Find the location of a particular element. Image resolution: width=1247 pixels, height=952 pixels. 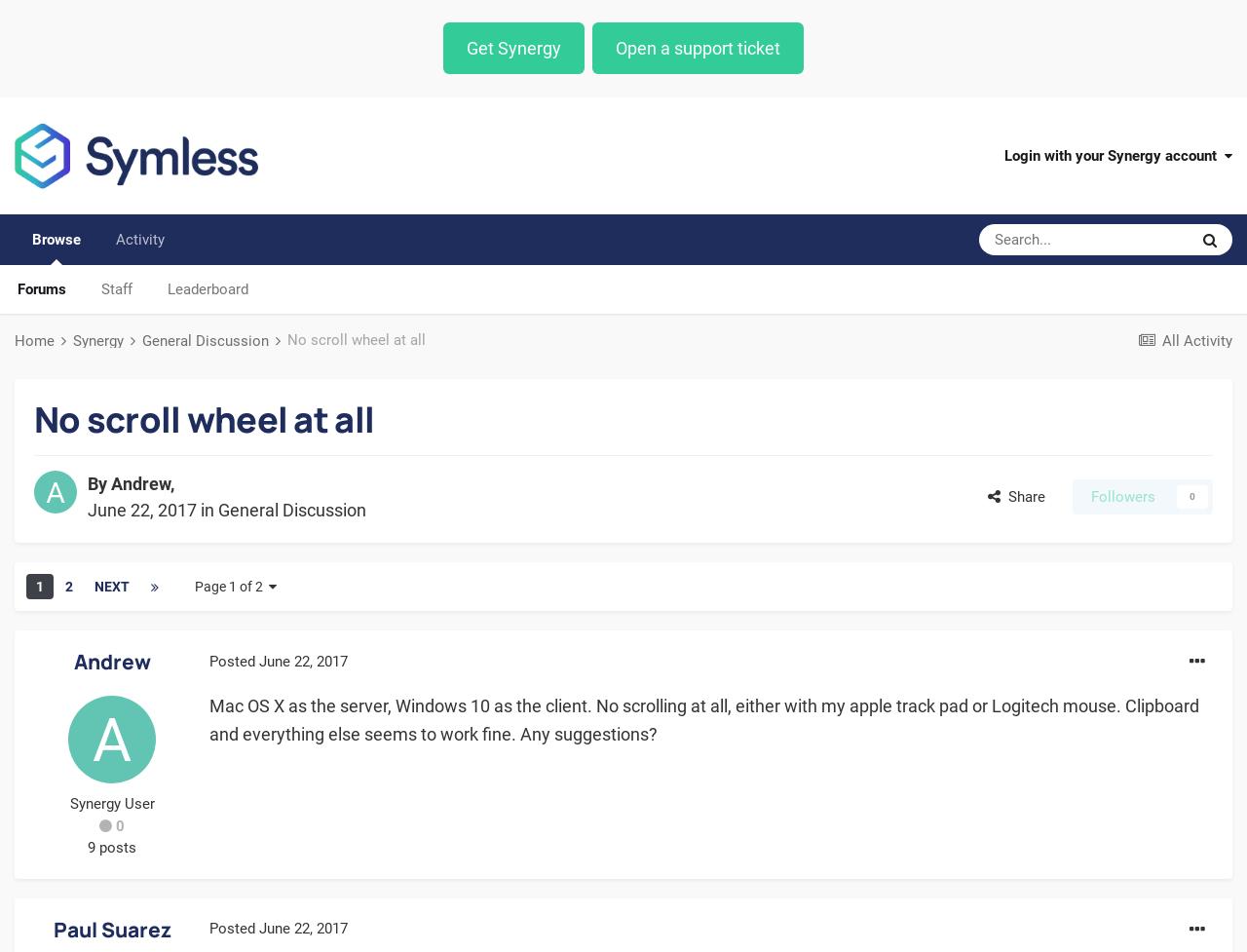

'All Activity' is located at coordinates (1196, 339).